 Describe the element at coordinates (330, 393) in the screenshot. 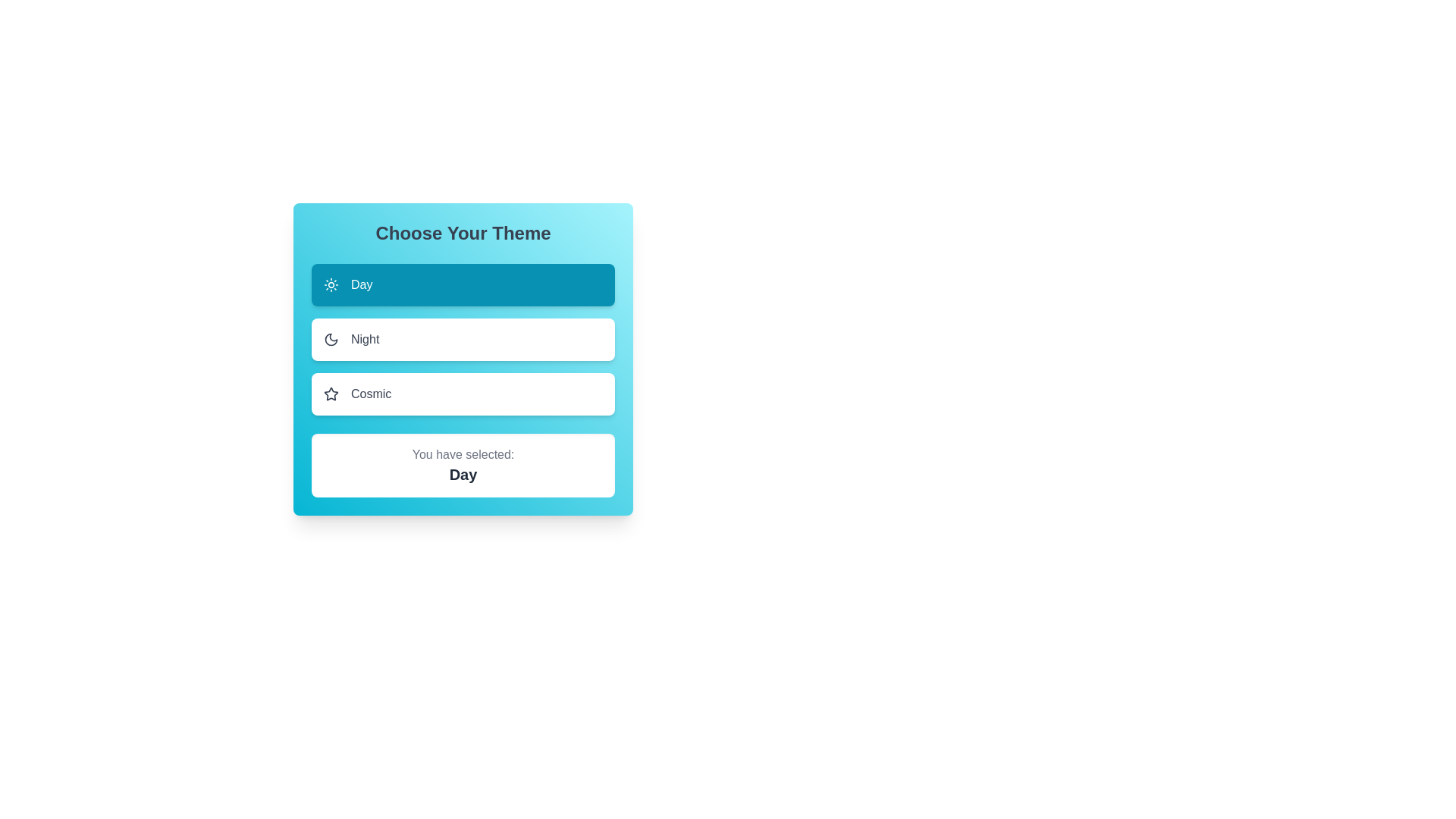

I see `the 'Cosmic' theme icon located within the 'Choose Your Theme' card layout` at that location.